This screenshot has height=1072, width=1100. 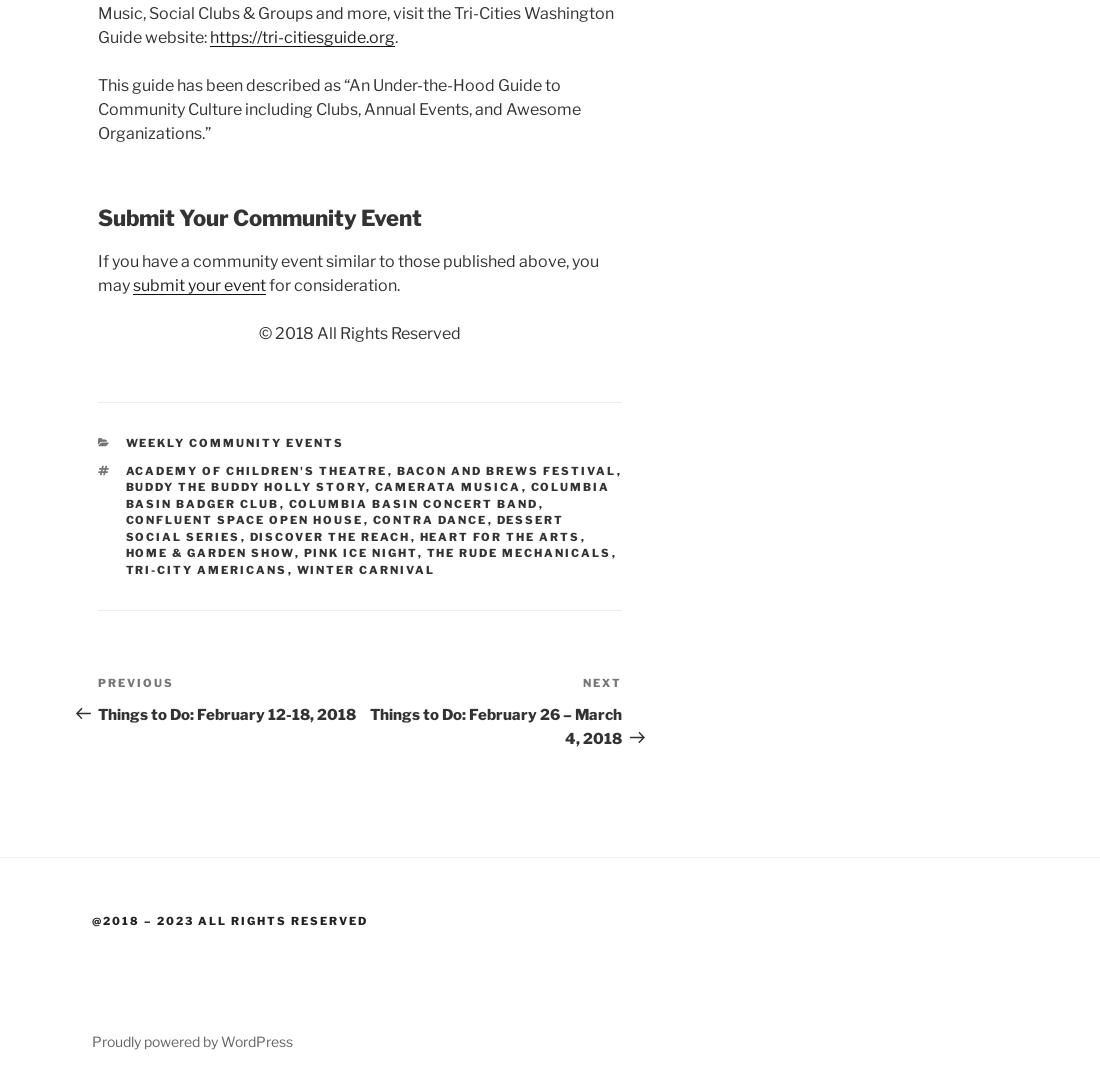 I want to click on 'Contra Dance', so click(x=428, y=520).